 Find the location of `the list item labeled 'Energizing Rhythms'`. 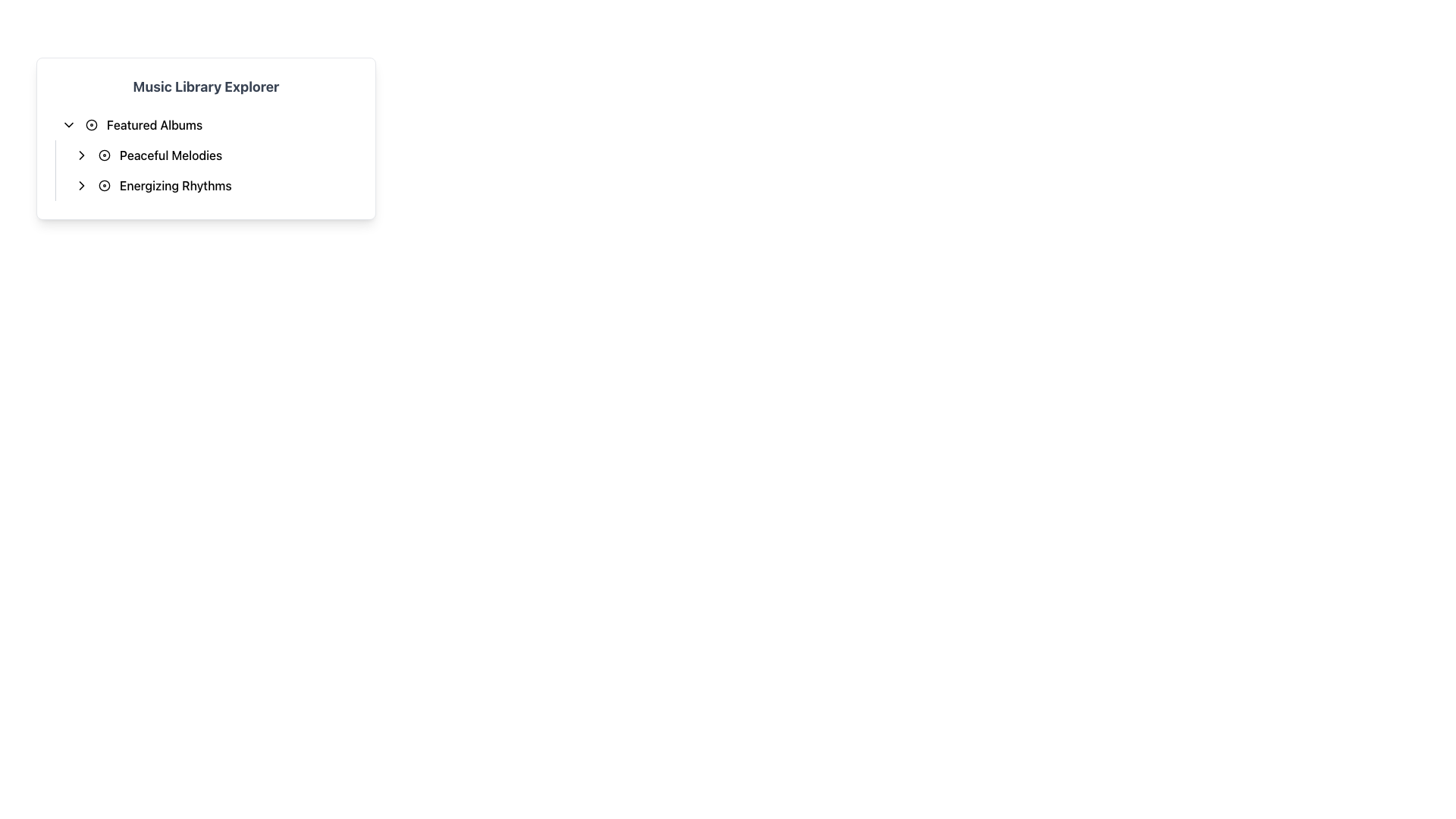

the list item labeled 'Energizing Rhythms' is located at coordinates (212, 185).